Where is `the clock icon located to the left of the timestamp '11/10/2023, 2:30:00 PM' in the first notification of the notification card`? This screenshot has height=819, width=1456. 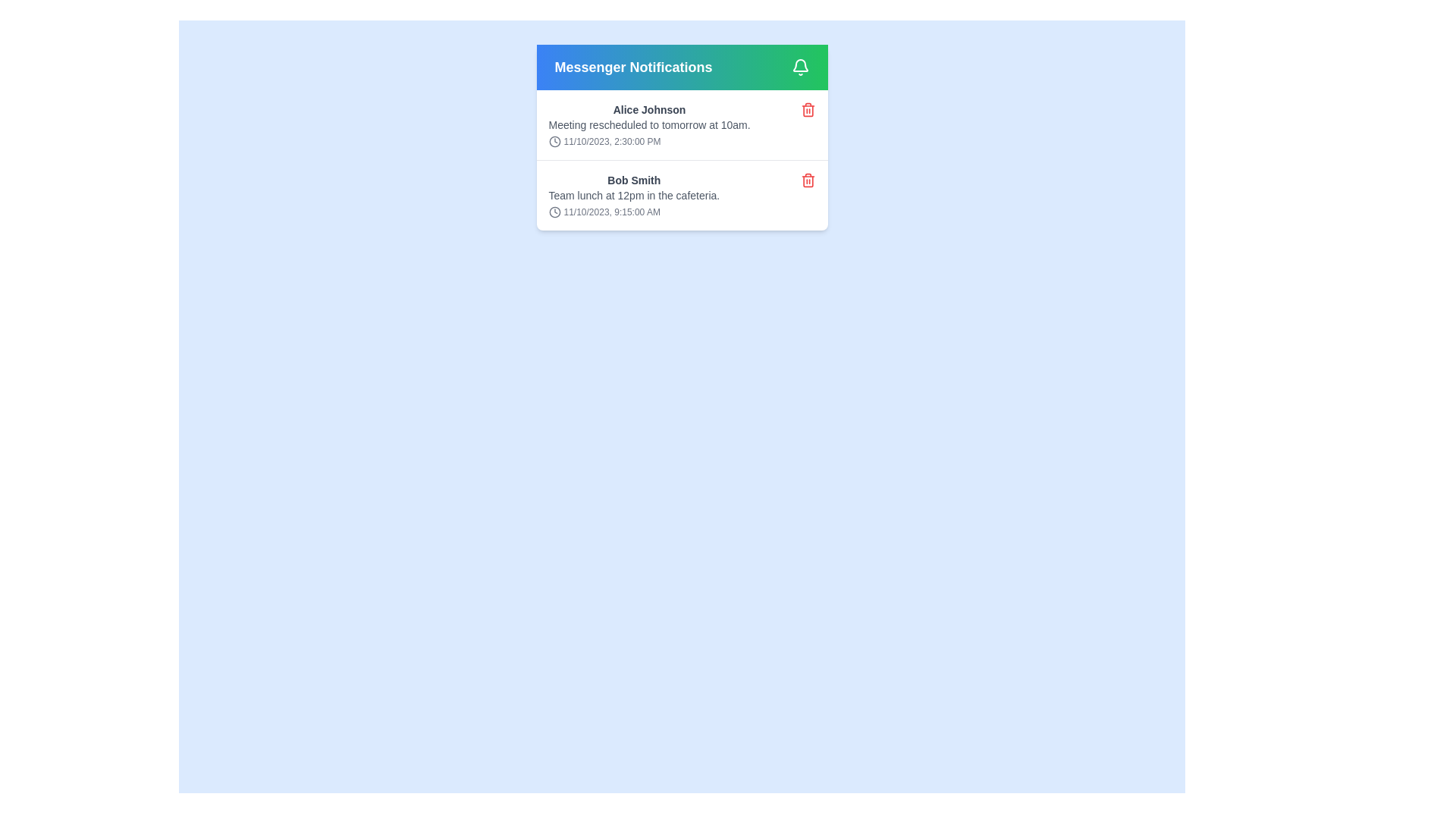 the clock icon located to the left of the timestamp '11/10/2023, 2:30:00 PM' in the first notification of the notification card is located at coordinates (554, 141).